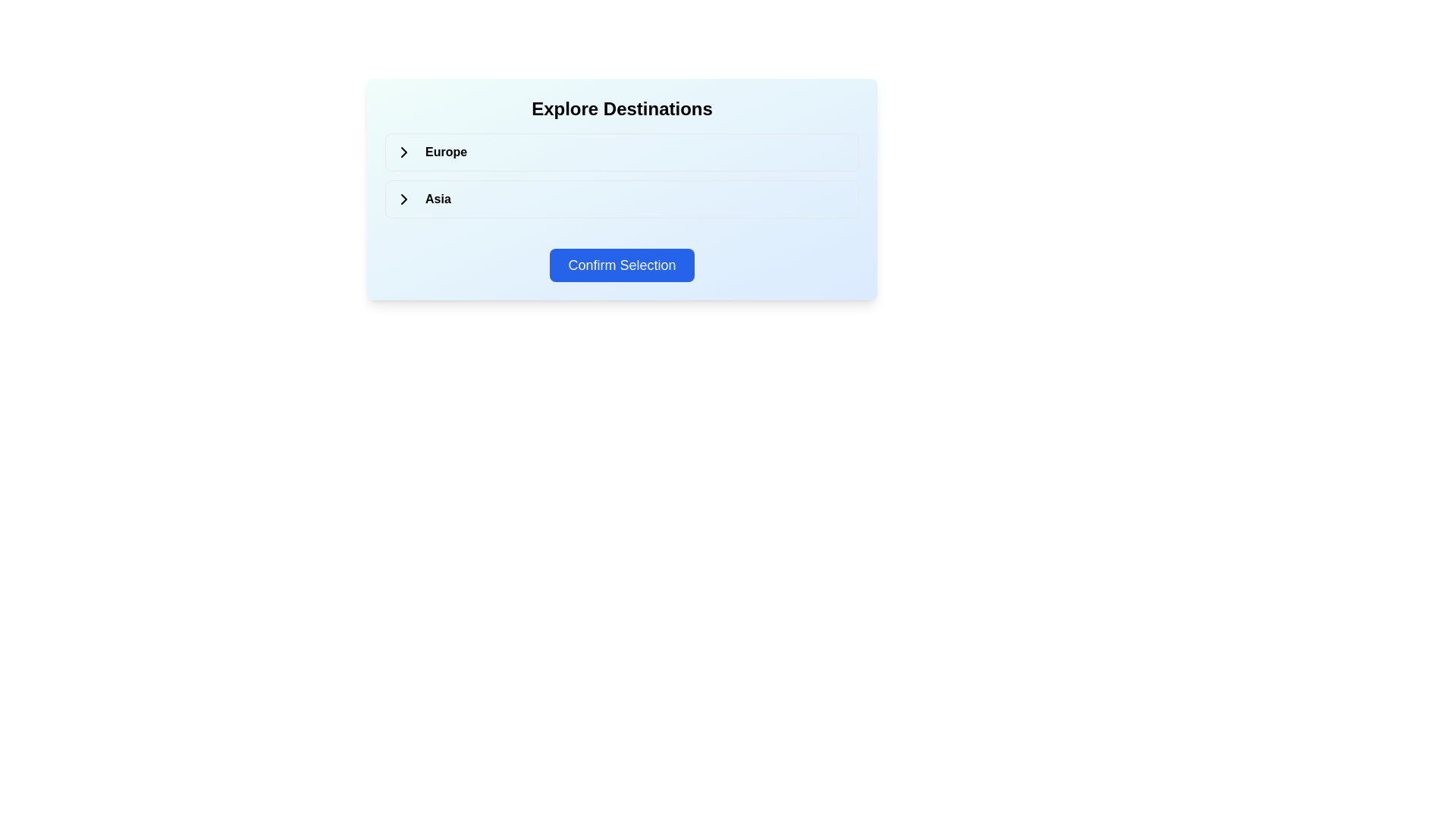 The image size is (1456, 819). What do you see at coordinates (622, 265) in the screenshot?
I see `the 'Confirm Selection' button, which is a rectangular blue button with rounded corners, centered horizontally in a light background section, positioned below the 'Asia' selection option` at bounding box center [622, 265].